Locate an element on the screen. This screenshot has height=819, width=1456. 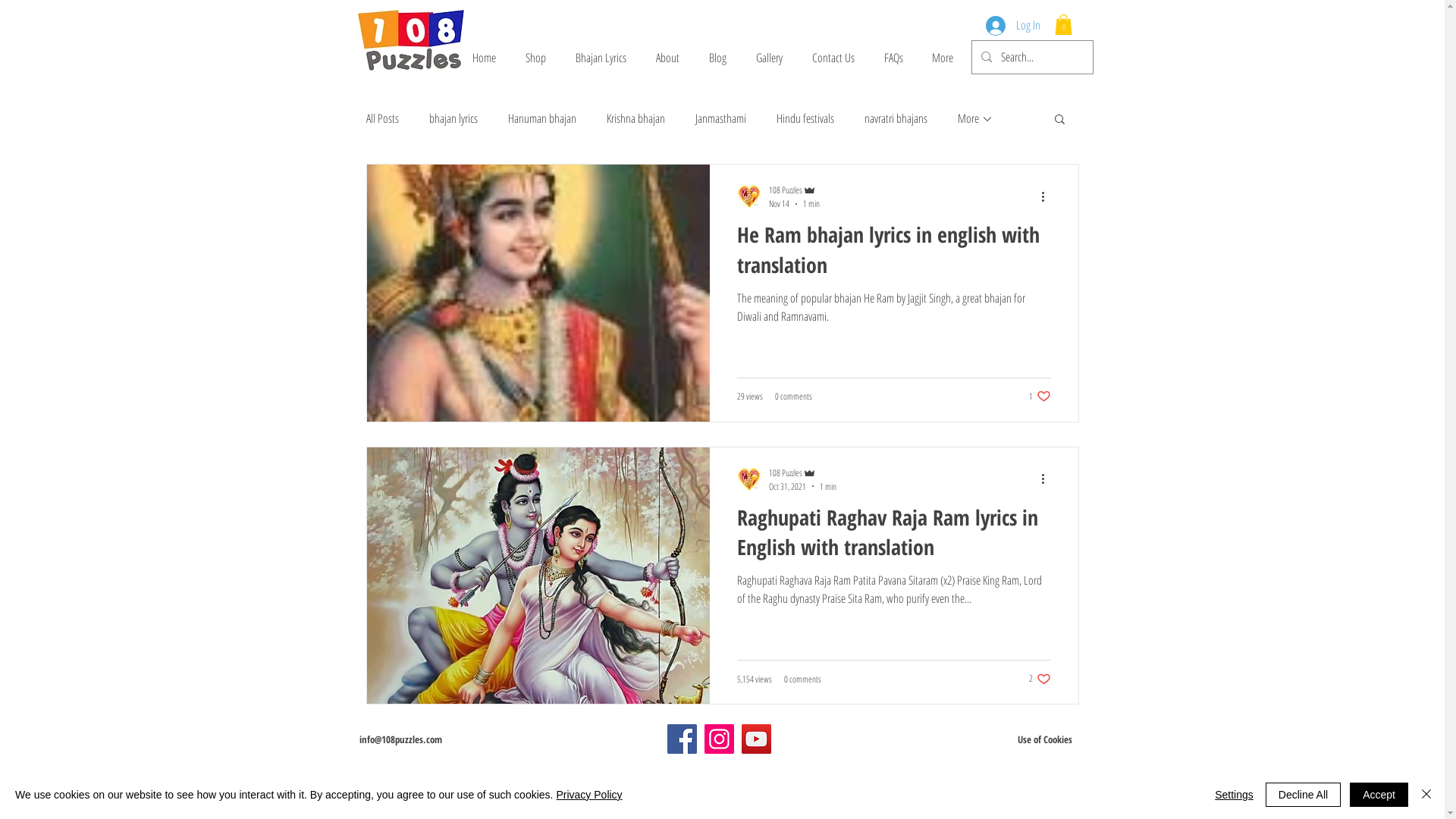
'About' is located at coordinates (667, 57).